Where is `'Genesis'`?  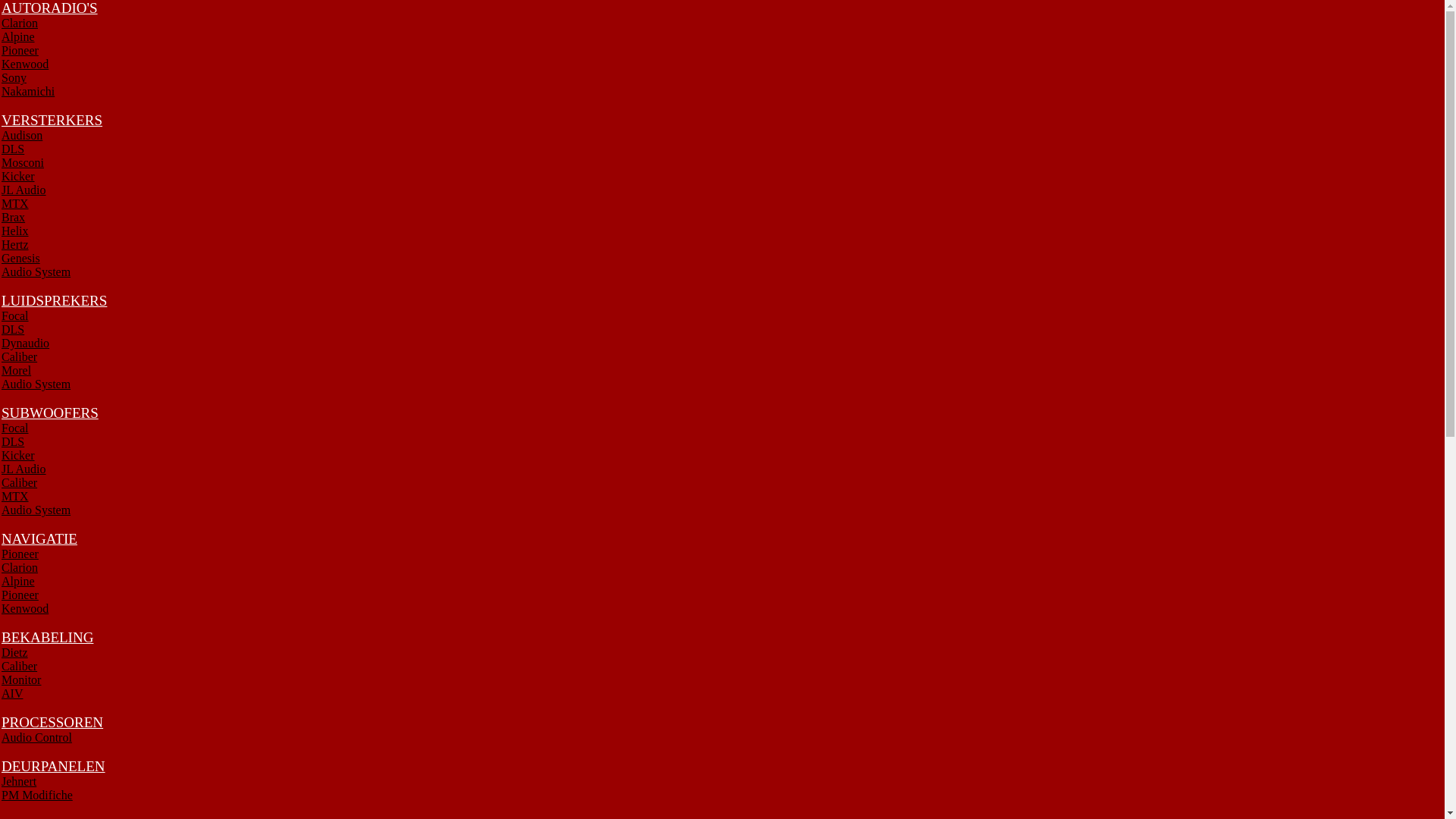
'Genesis' is located at coordinates (1, 257).